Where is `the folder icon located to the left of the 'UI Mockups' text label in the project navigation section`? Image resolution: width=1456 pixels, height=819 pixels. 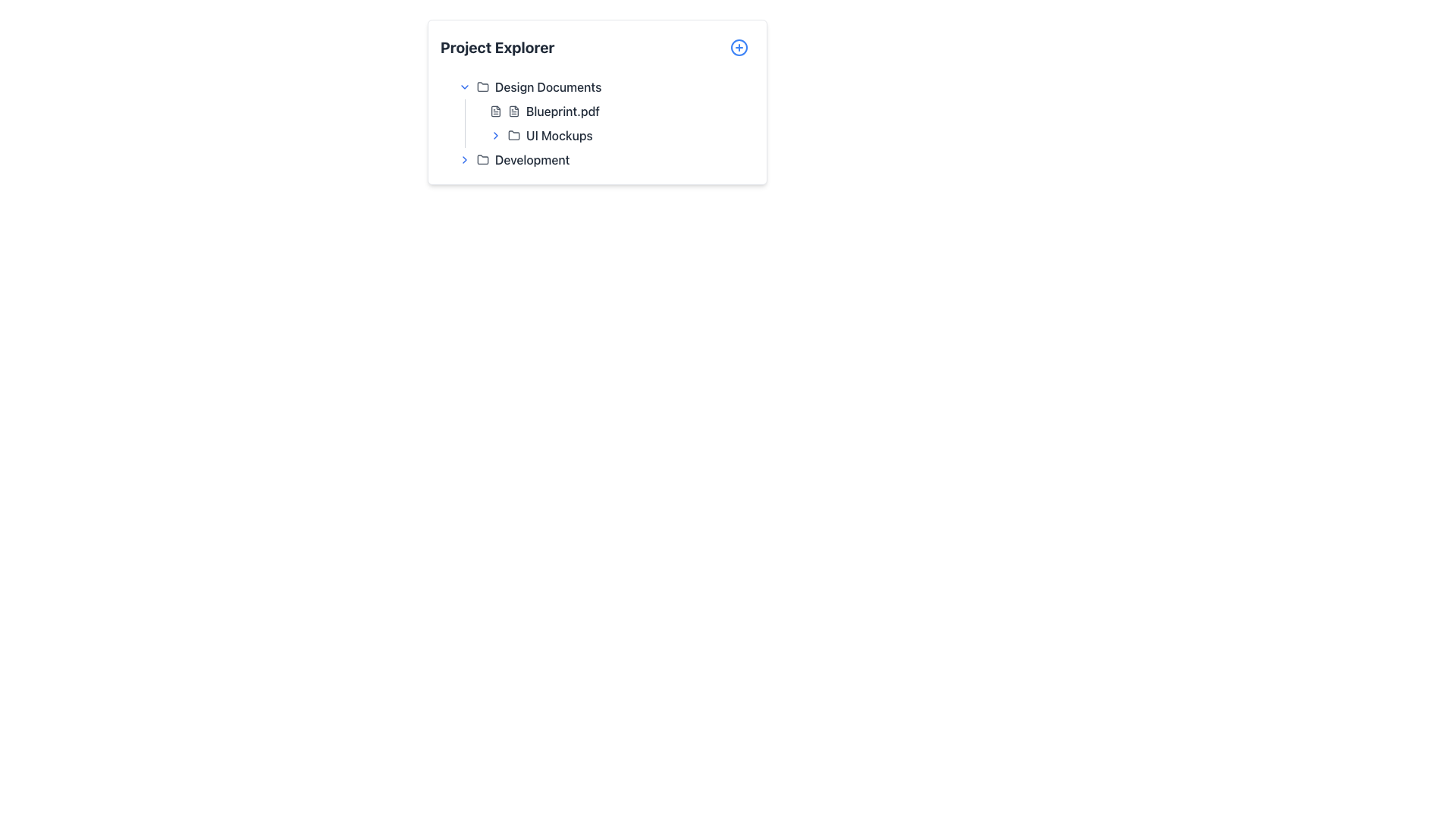 the folder icon located to the left of the 'UI Mockups' text label in the project navigation section is located at coordinates (513, 134).